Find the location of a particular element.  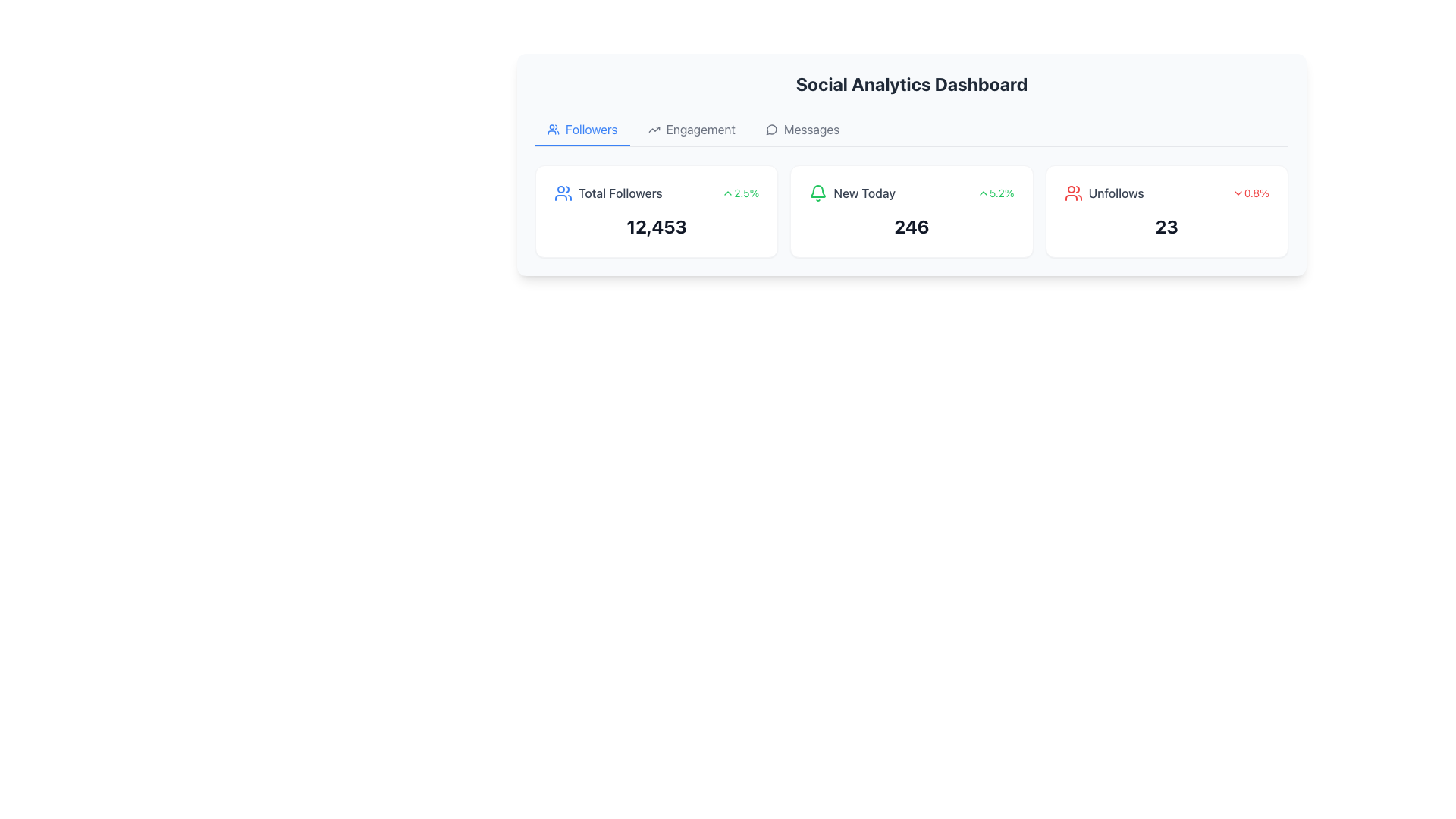

the Text label that describes the messaging or notifications section, positioned to the right of the speech bubble icon in the horizontal navigation bar below the 'Social Analytics Dashboard' title is located at coordinates (811, 128).